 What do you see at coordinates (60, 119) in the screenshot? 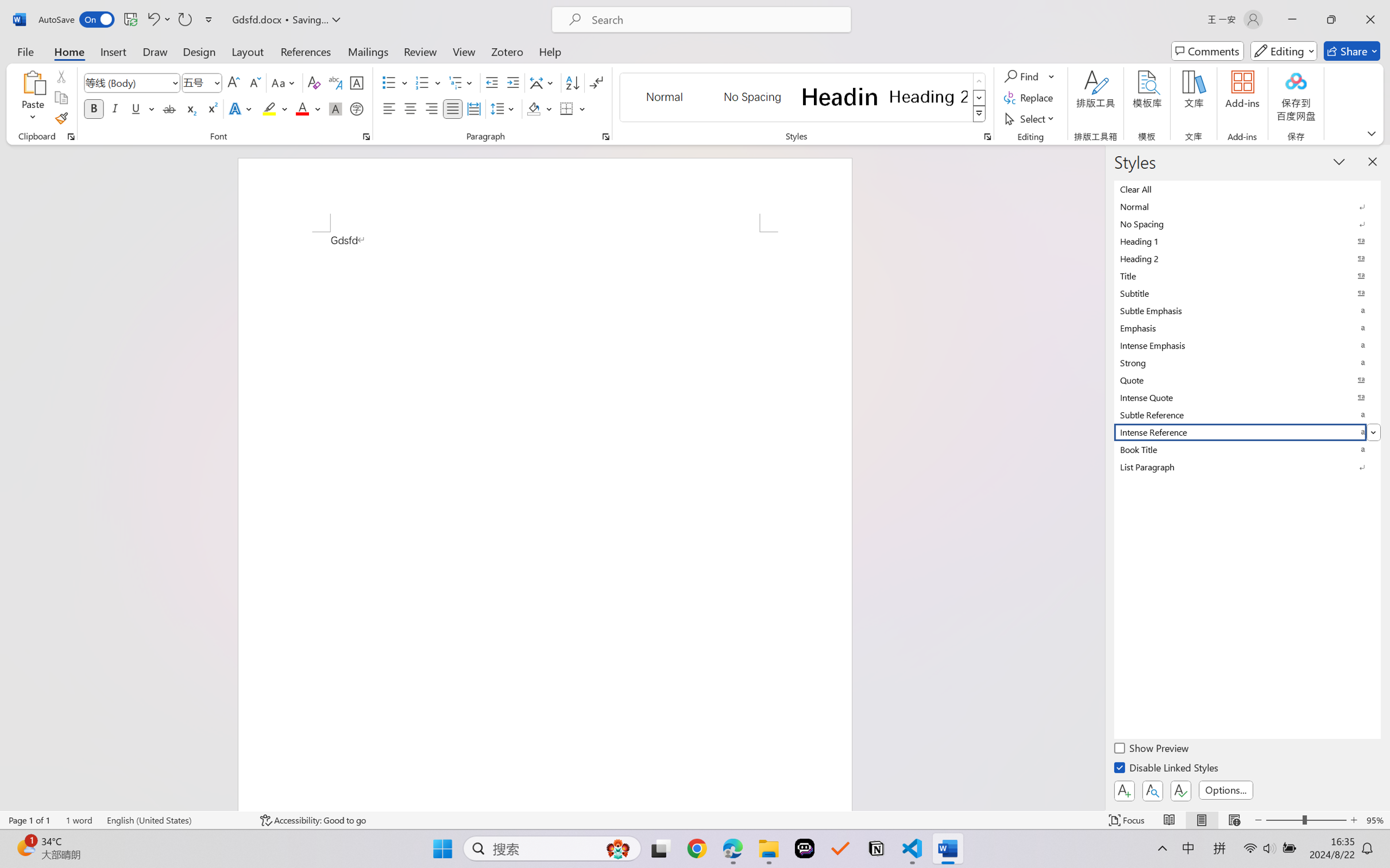
I see `'Format Painter'` at bounding box center [60, 119].